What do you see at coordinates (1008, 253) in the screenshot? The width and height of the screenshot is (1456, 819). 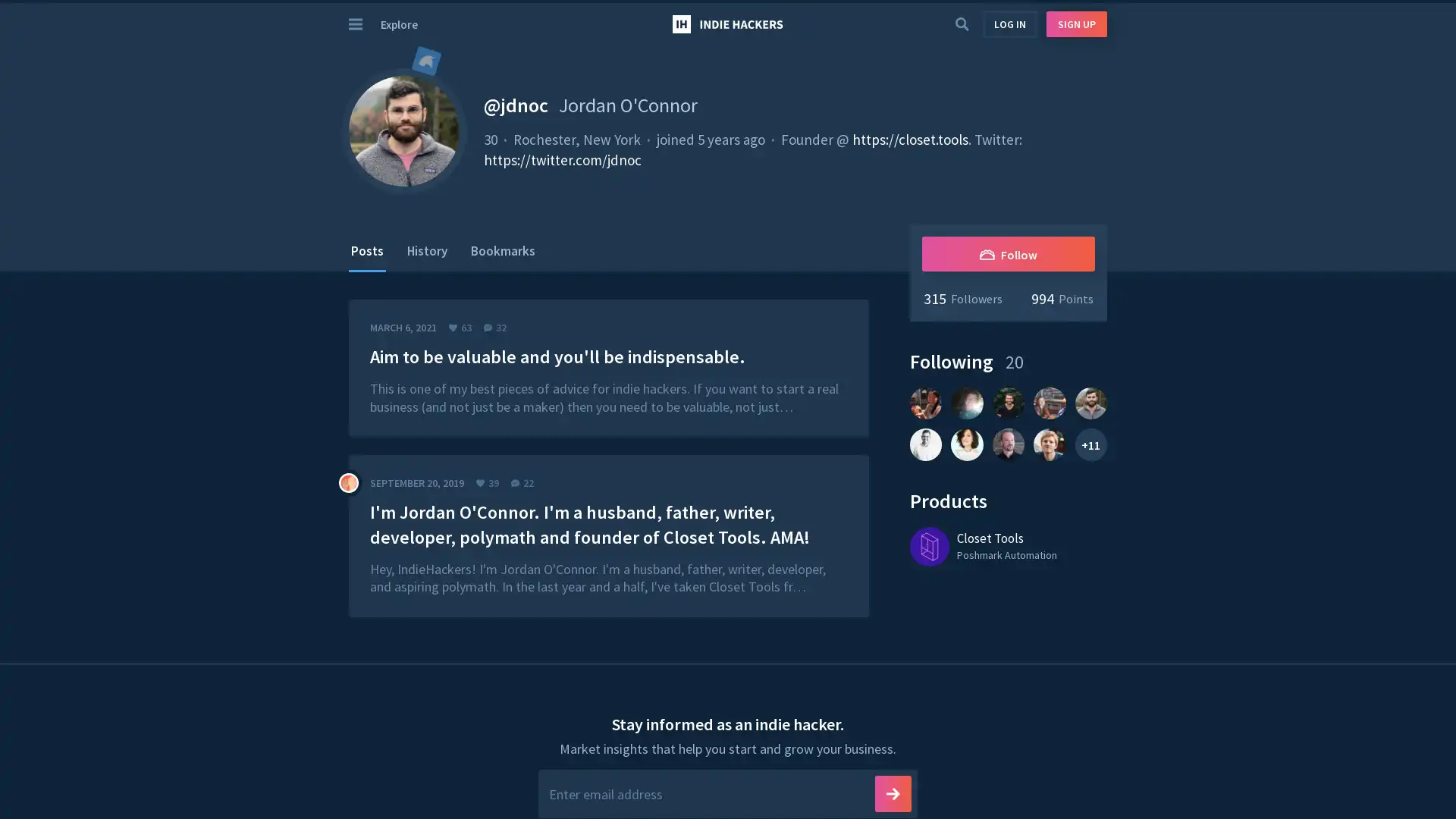 I see `Follow` at bounding box center [1008, 253].